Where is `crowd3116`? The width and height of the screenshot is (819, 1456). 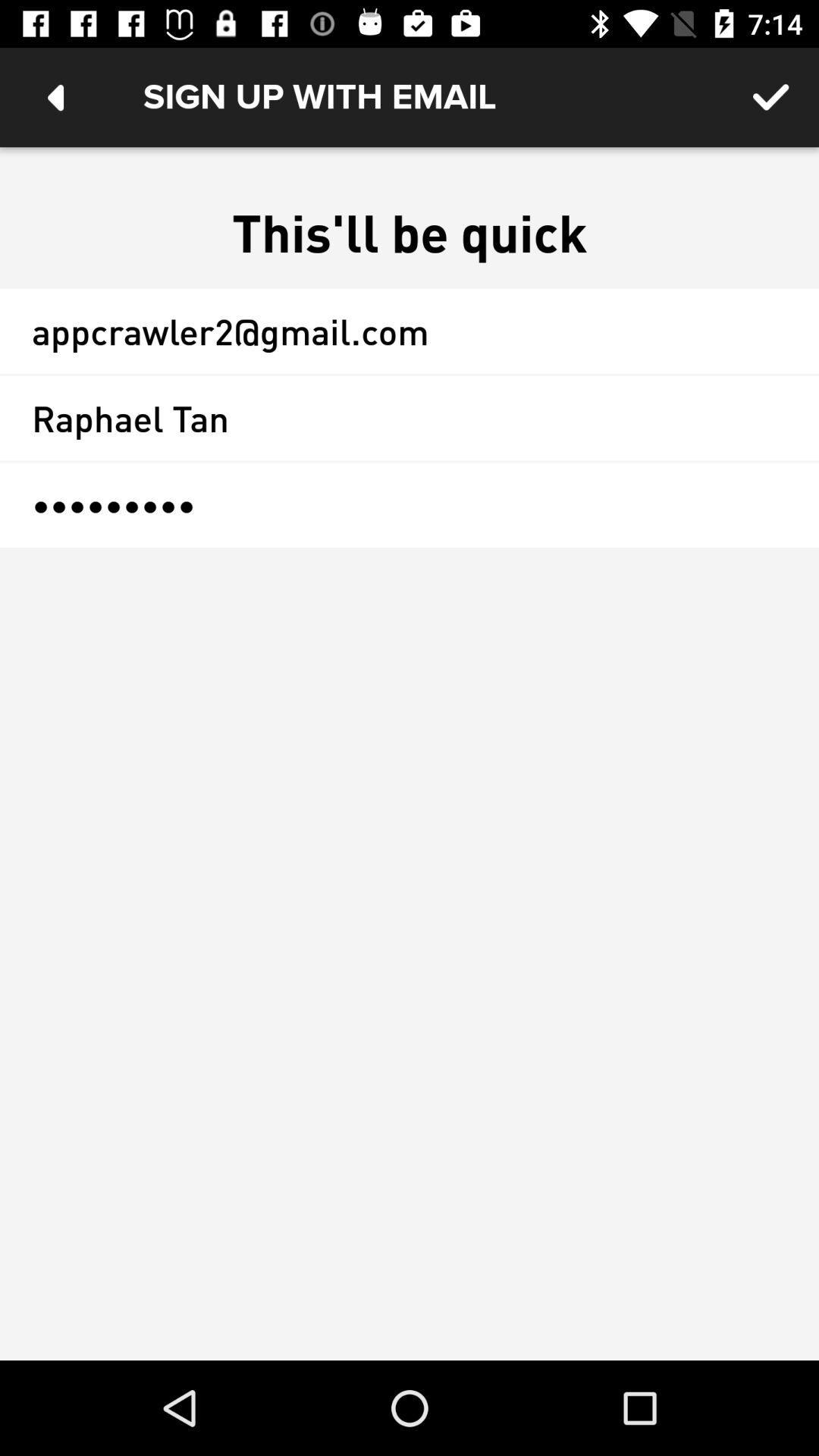
crowd3116 is located at coordinates (409, 505).